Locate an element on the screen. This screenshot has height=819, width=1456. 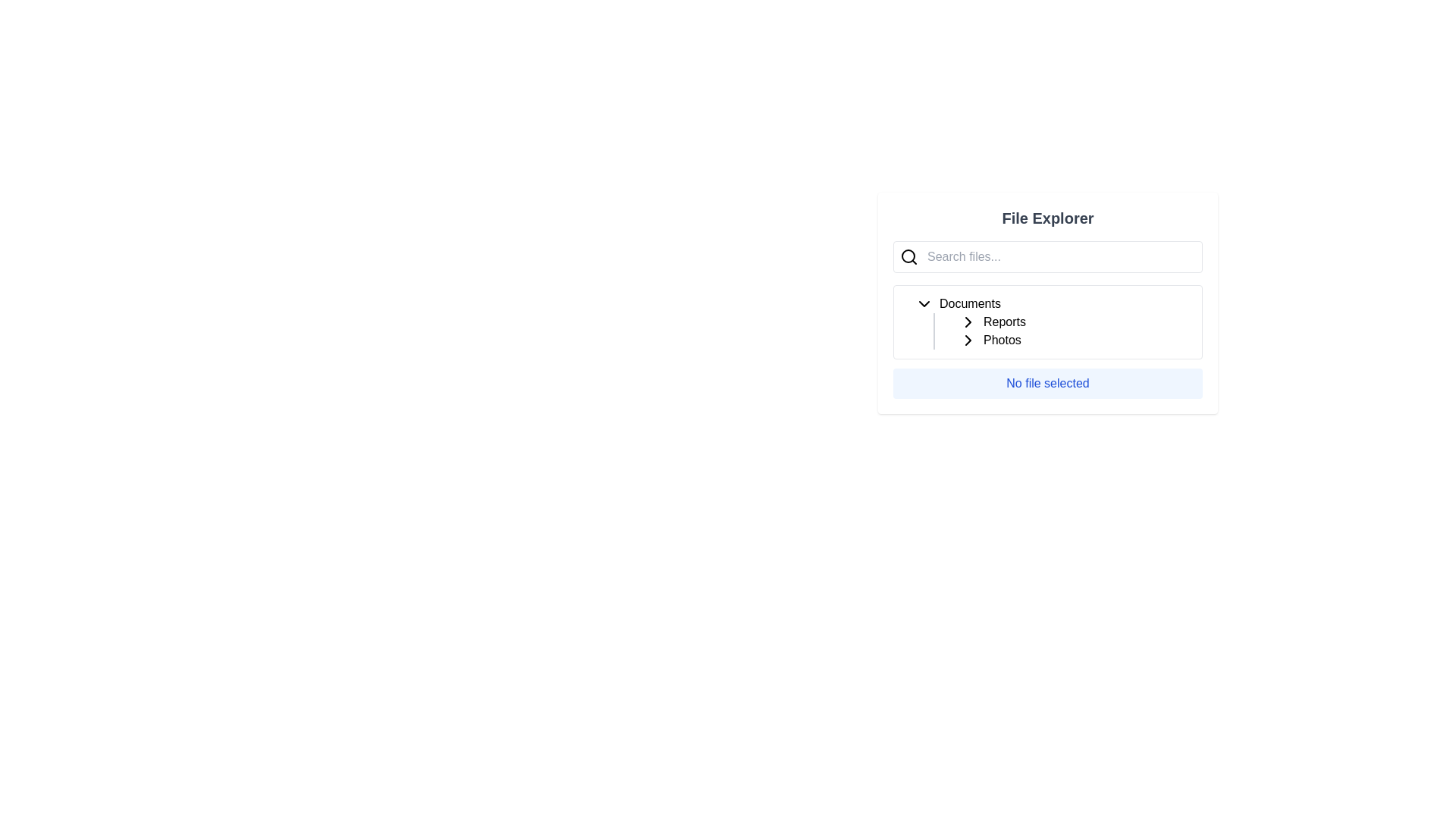
the 'Documents' folder label in the file explorer is located at coordinates (968, 304).